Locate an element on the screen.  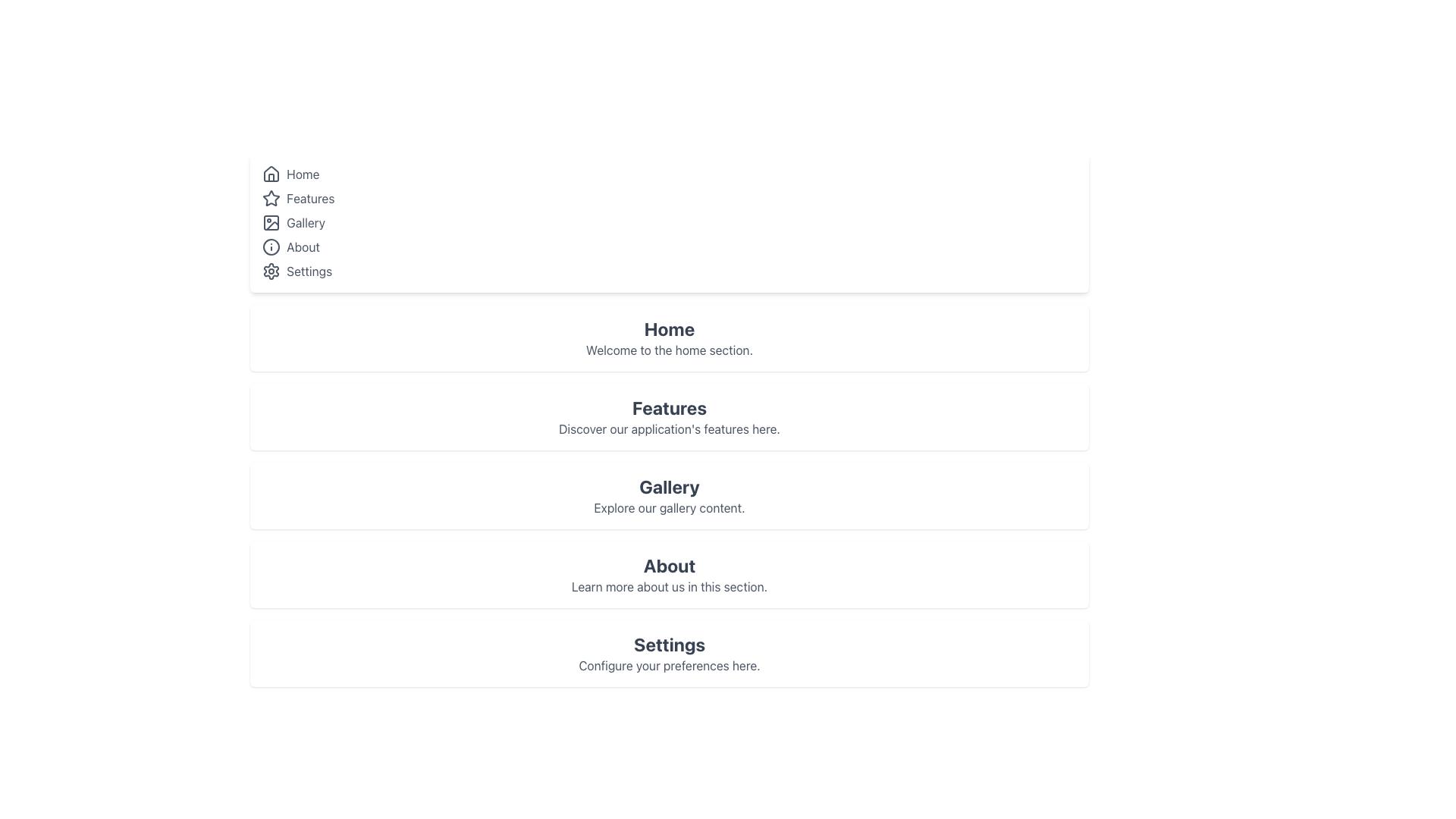
the Informative Section located at the bottom of the vertically stacked list of sections, which includes 'Home', 'Features', 'Gallery', and 'About' is located at coordinates (669, 652).